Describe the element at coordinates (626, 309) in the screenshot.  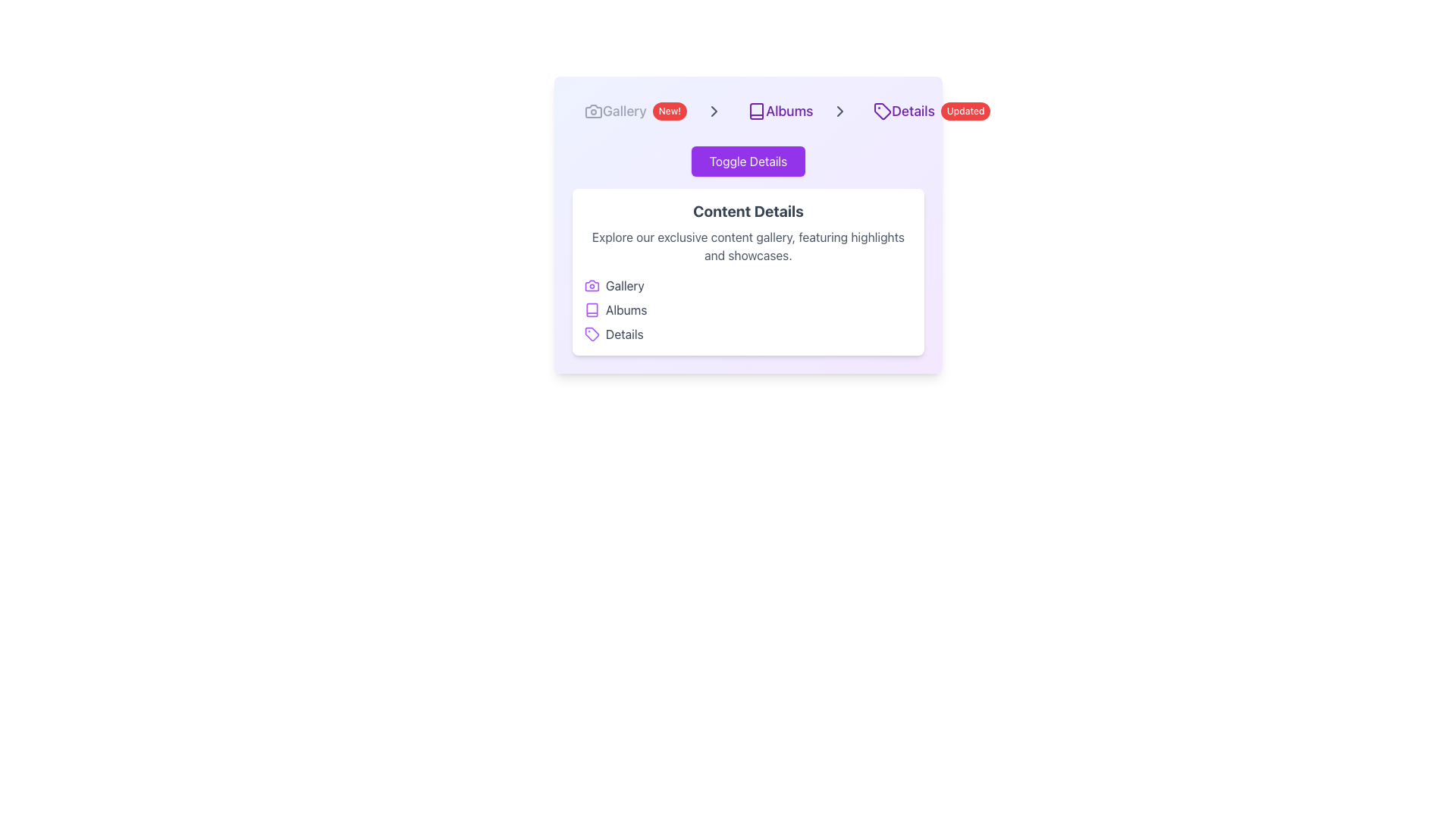
I see `the 'Albums' text label, which serves as a category indicator in the application, located in the middle of the layout, below the breadcrumb navigation and above the content description` at that location.